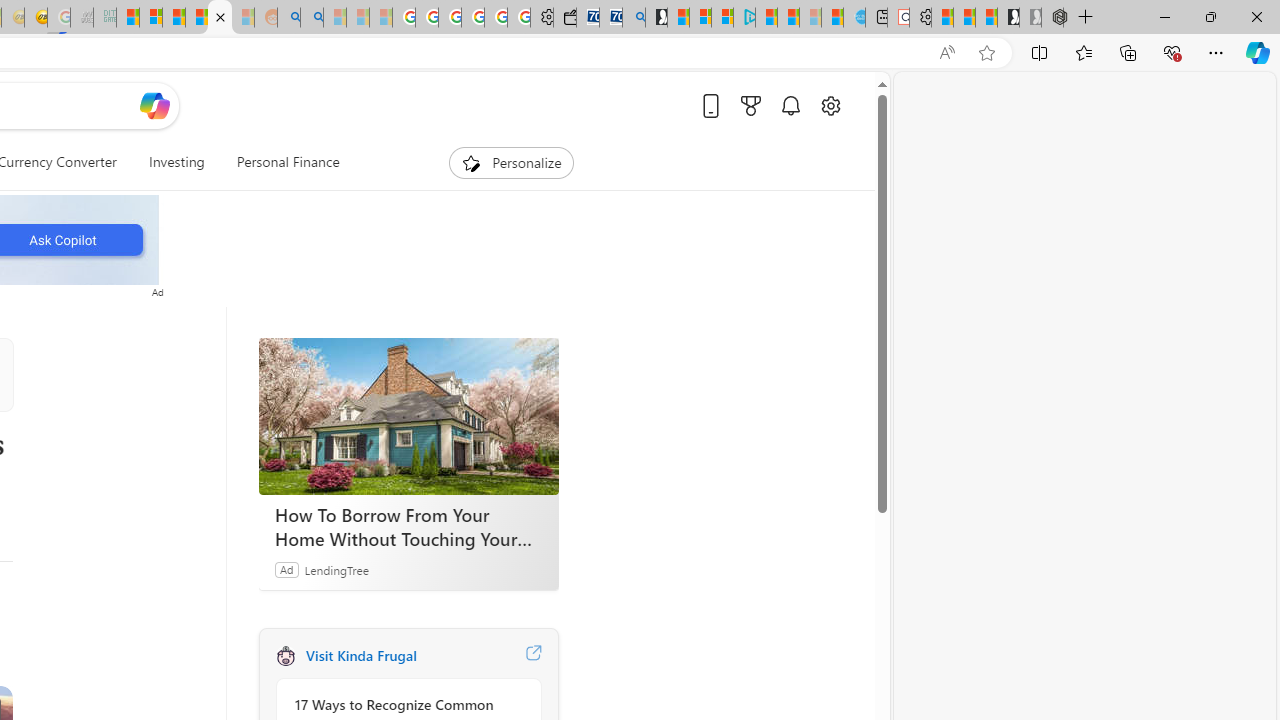 The height and width of the screenshot is (720, 1280). Describe the element at coordinates (533, 655) in the screenshot. I see `'Visit Kinda Frugal website'` at that location.